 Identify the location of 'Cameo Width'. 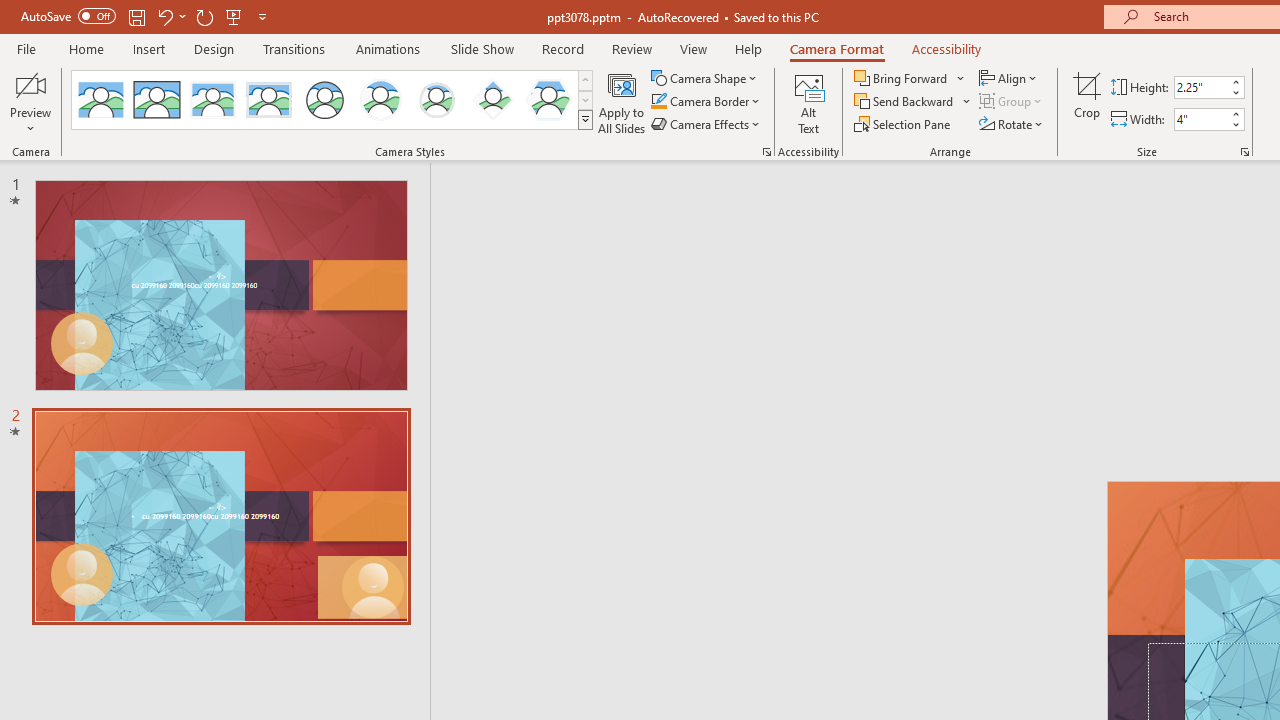
(1200, 119).